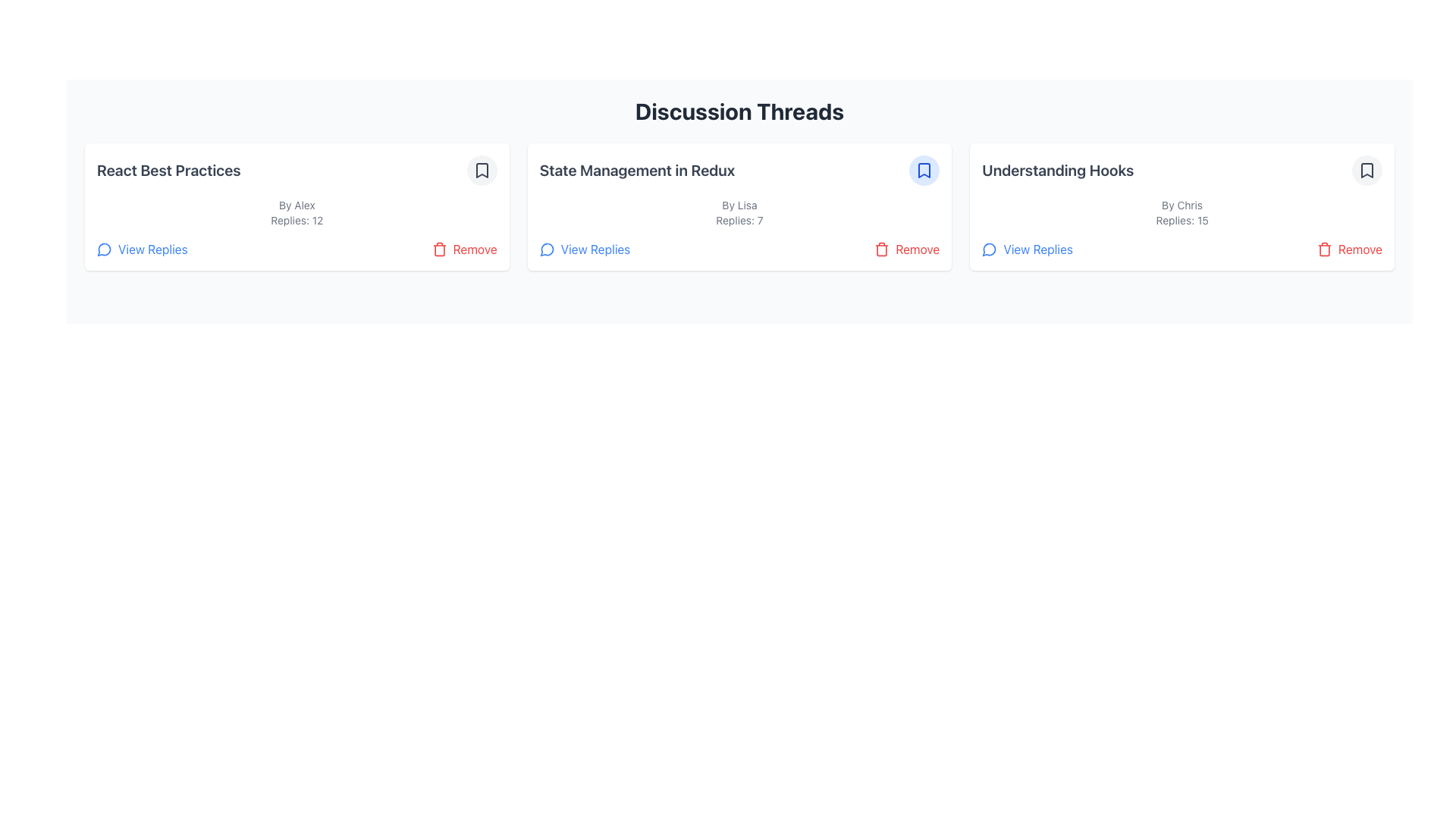 The height and width of the screenshot is (819, 1456). I want to click on the red 'Remove' button with a trash icon located at the bottom-right corner of the 'State Management in Redux' card, so click(907, 248).